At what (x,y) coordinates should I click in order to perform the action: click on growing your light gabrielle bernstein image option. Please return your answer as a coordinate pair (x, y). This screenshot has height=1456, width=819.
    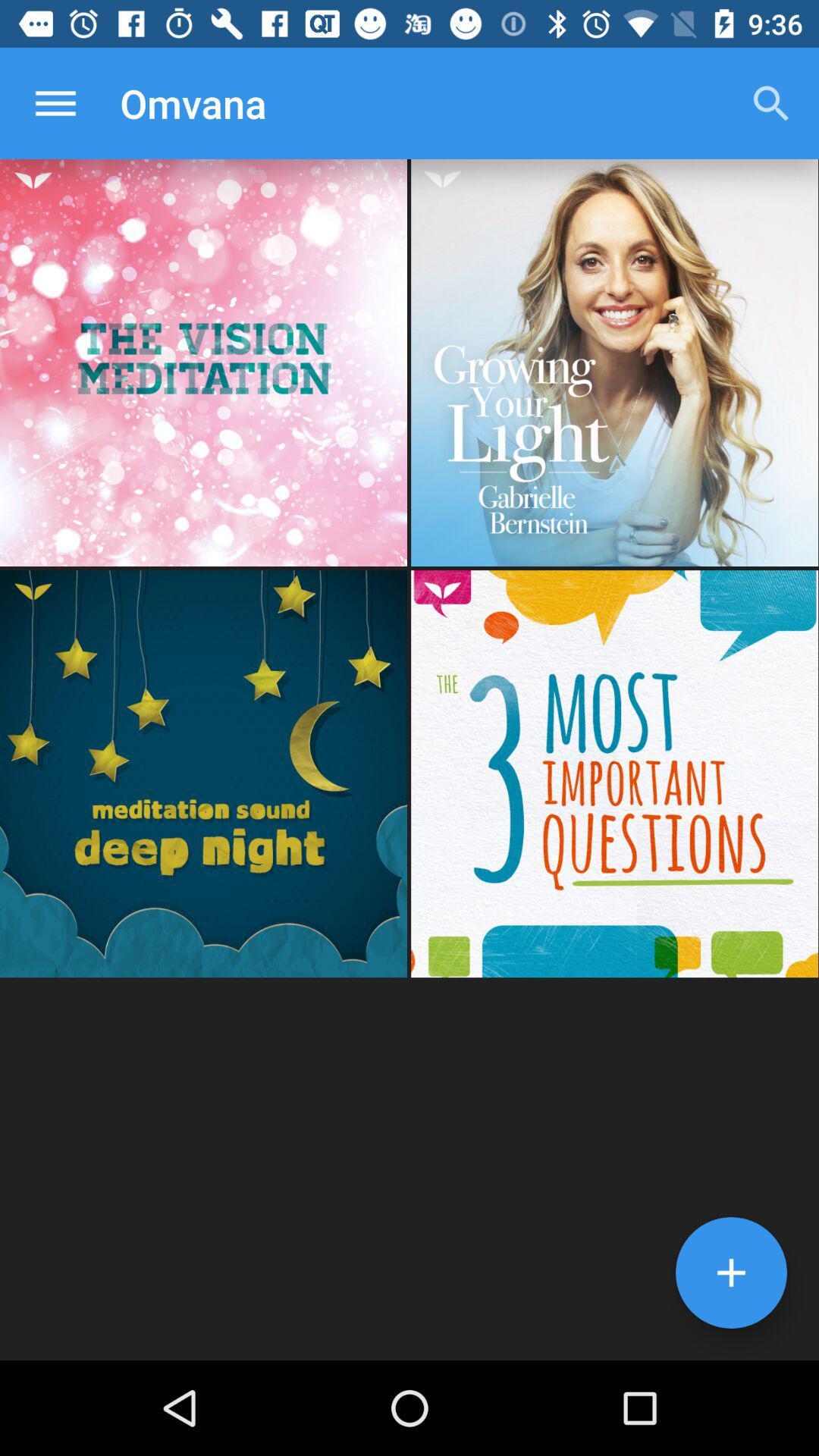
    Looking at the image, I should click on (614, 362).